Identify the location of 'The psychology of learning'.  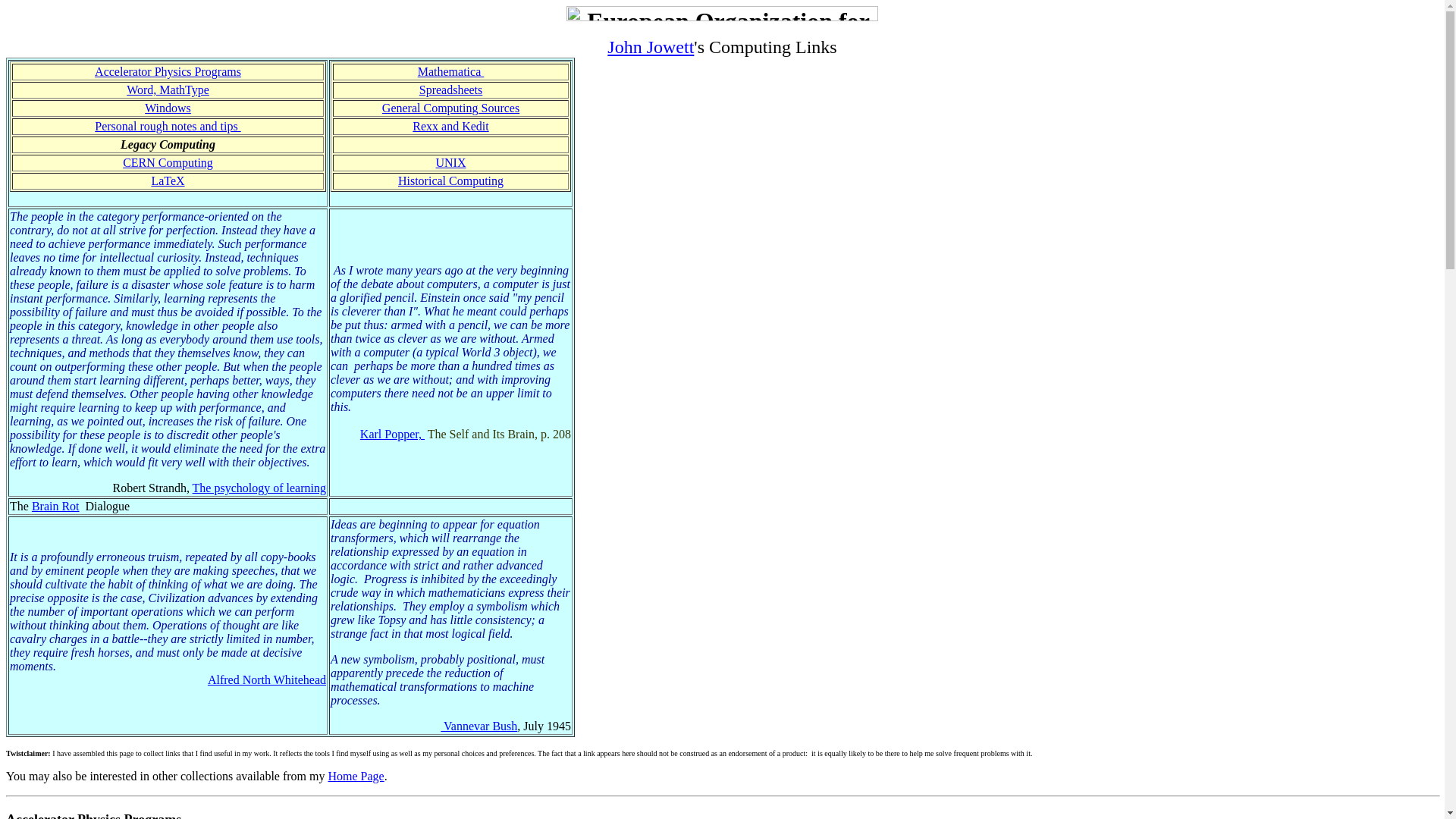
(259, 488).